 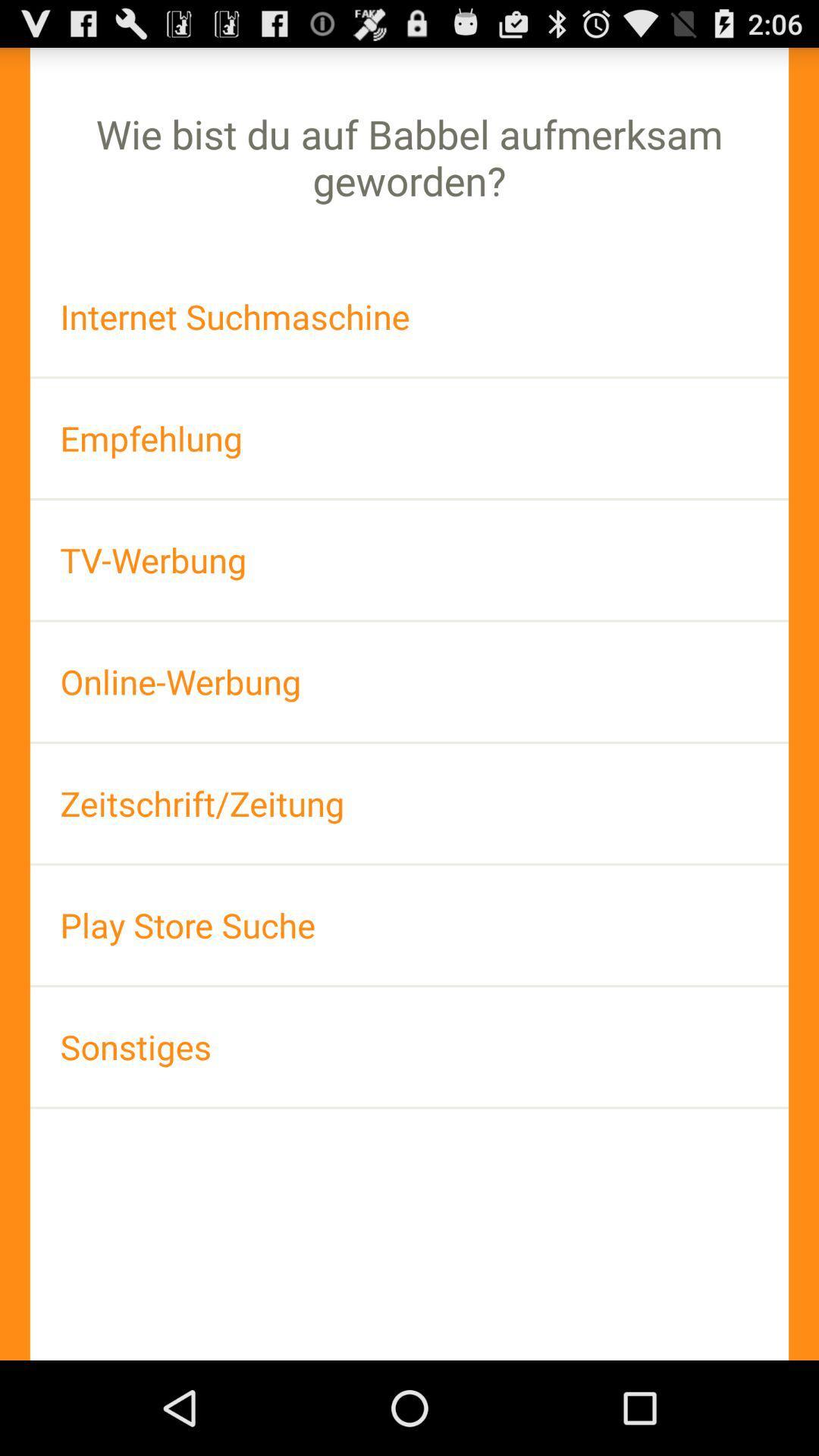 What do you see at coordinates (409, 438) in the screenshot?
I see `the item below internet suchmaschine` at bounding box center [409, 438].